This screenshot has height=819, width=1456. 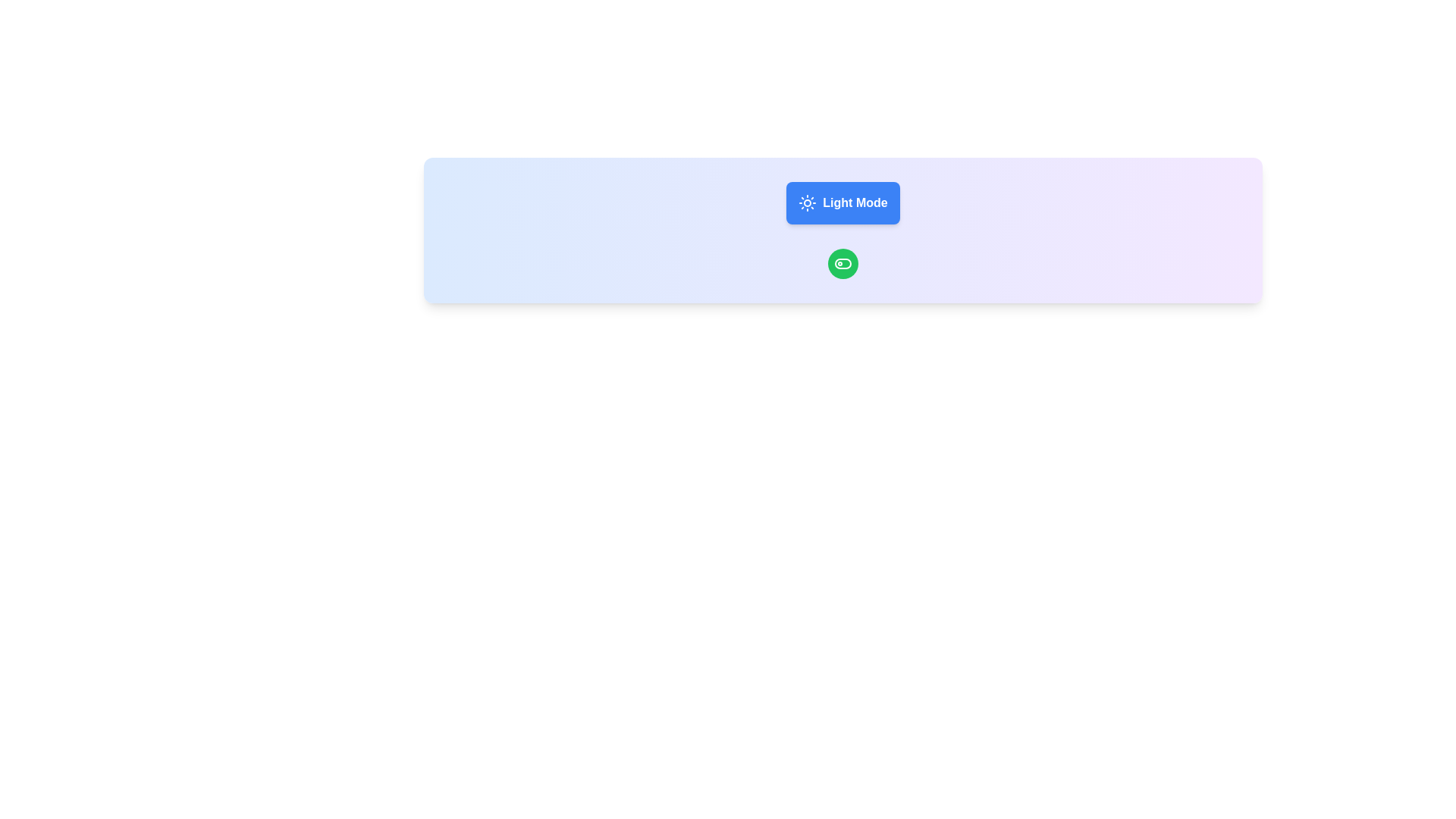 What do you see at coordinates (843, 202) in the screenshot?
I see `the central toggle button with a gradient background` at bounding box center [843, 202].